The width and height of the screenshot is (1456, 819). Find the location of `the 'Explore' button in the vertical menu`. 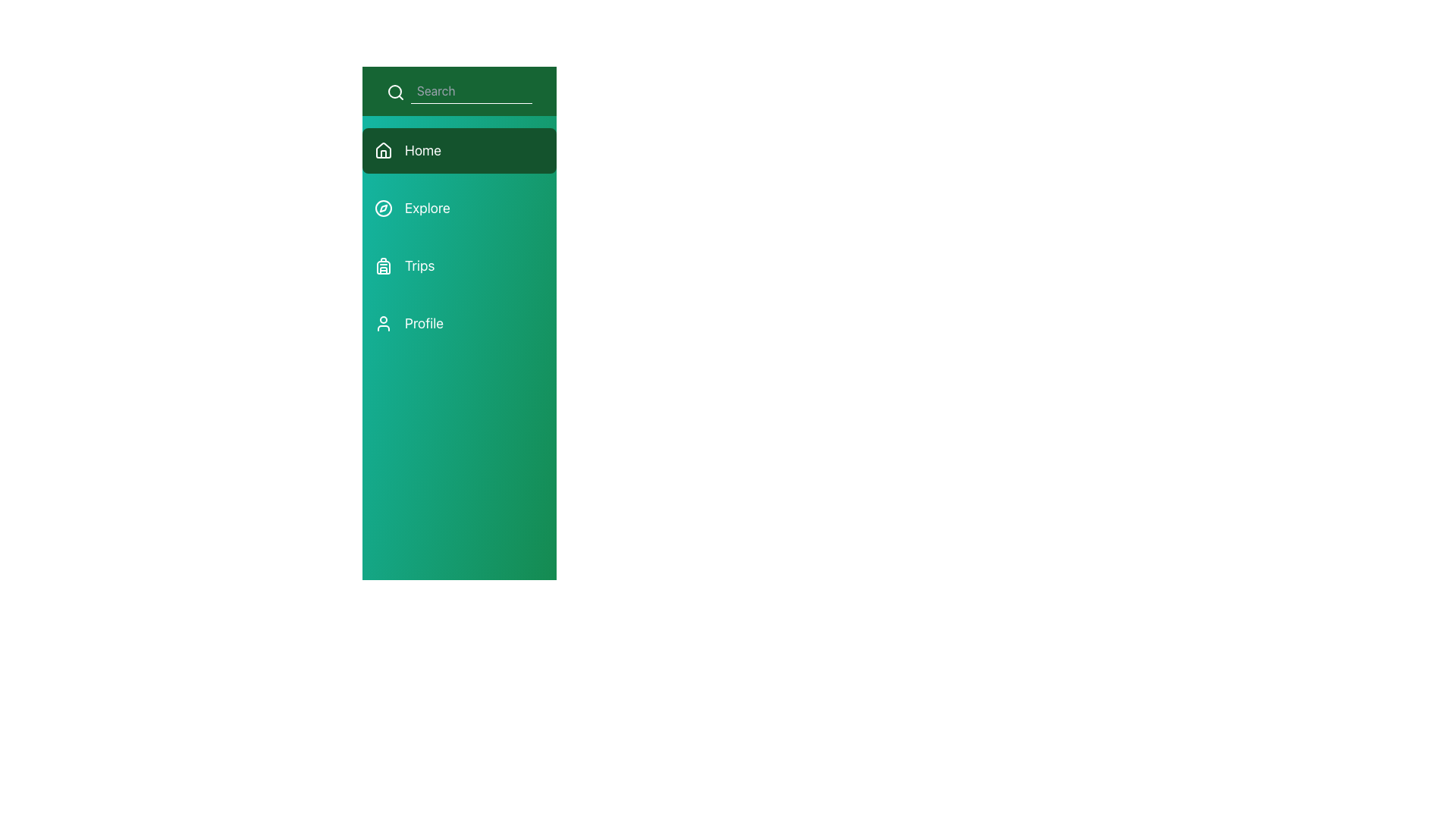

the 'Explore' button in the vertical menu is located at coordinates (458, 237).